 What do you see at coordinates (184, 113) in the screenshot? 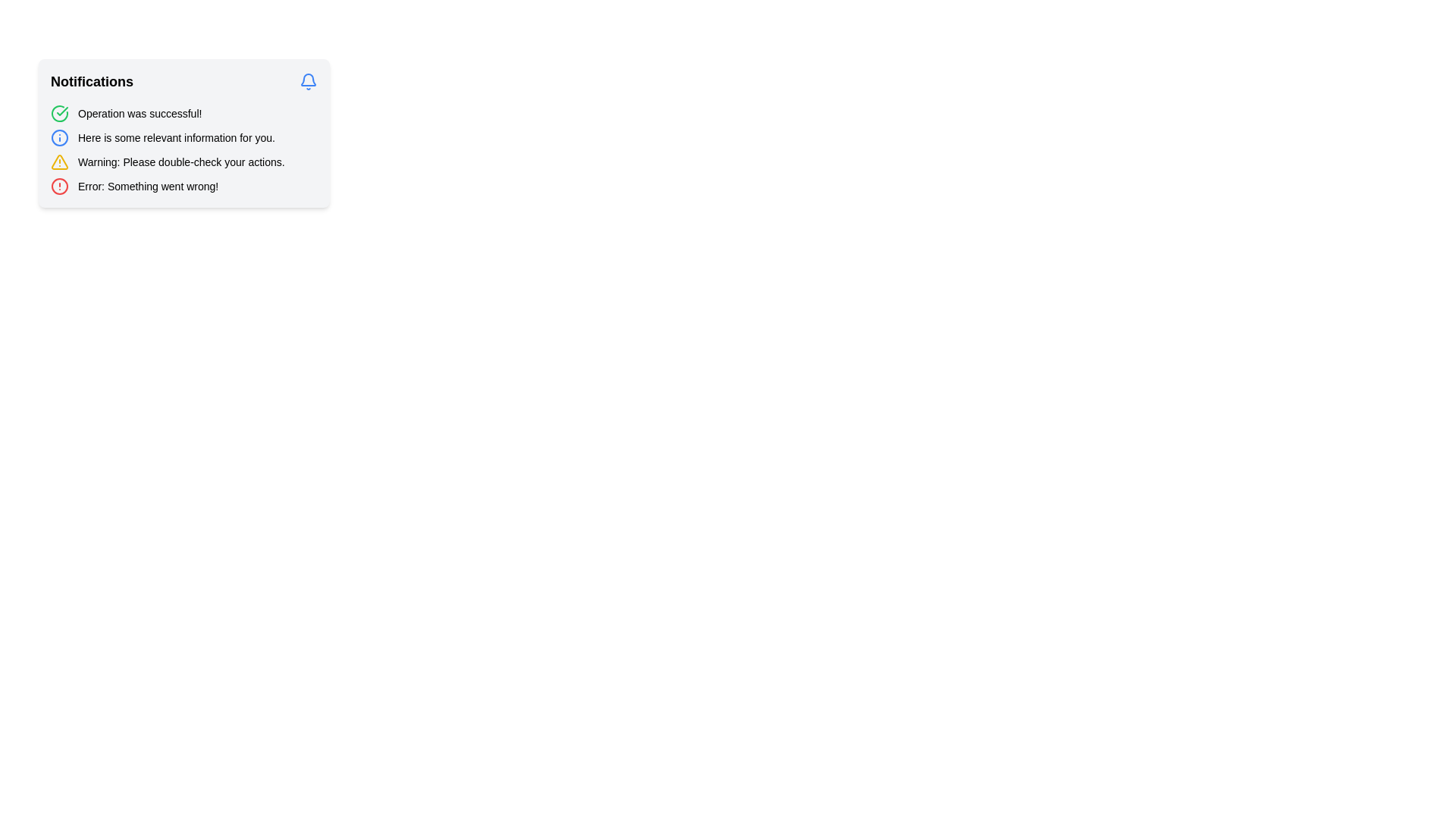
I see `success message displayed in the first notification item located beneath the 'Notifications' heading` at bounding box center [184, 113].